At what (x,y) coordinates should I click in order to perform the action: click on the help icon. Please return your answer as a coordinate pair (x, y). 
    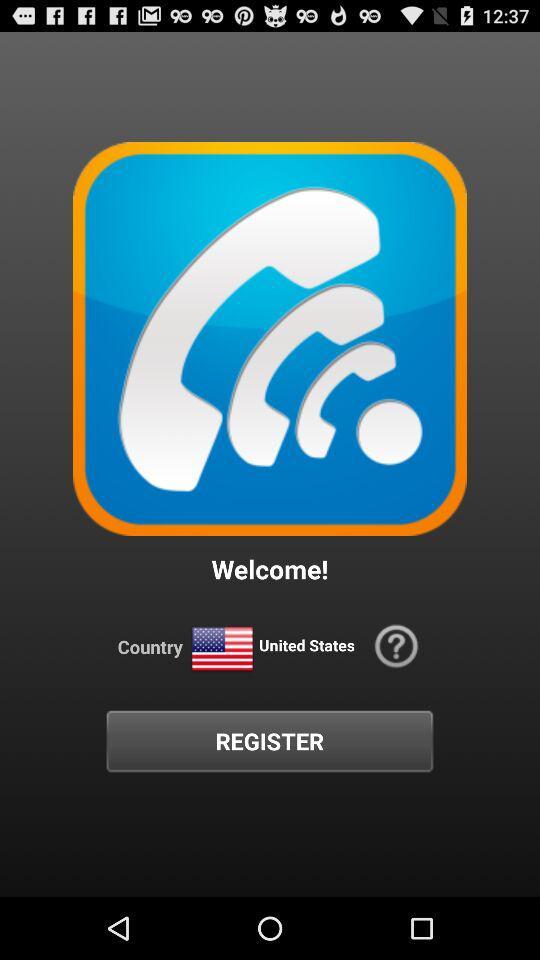
    Looking at the image, I should click on (396, 692).